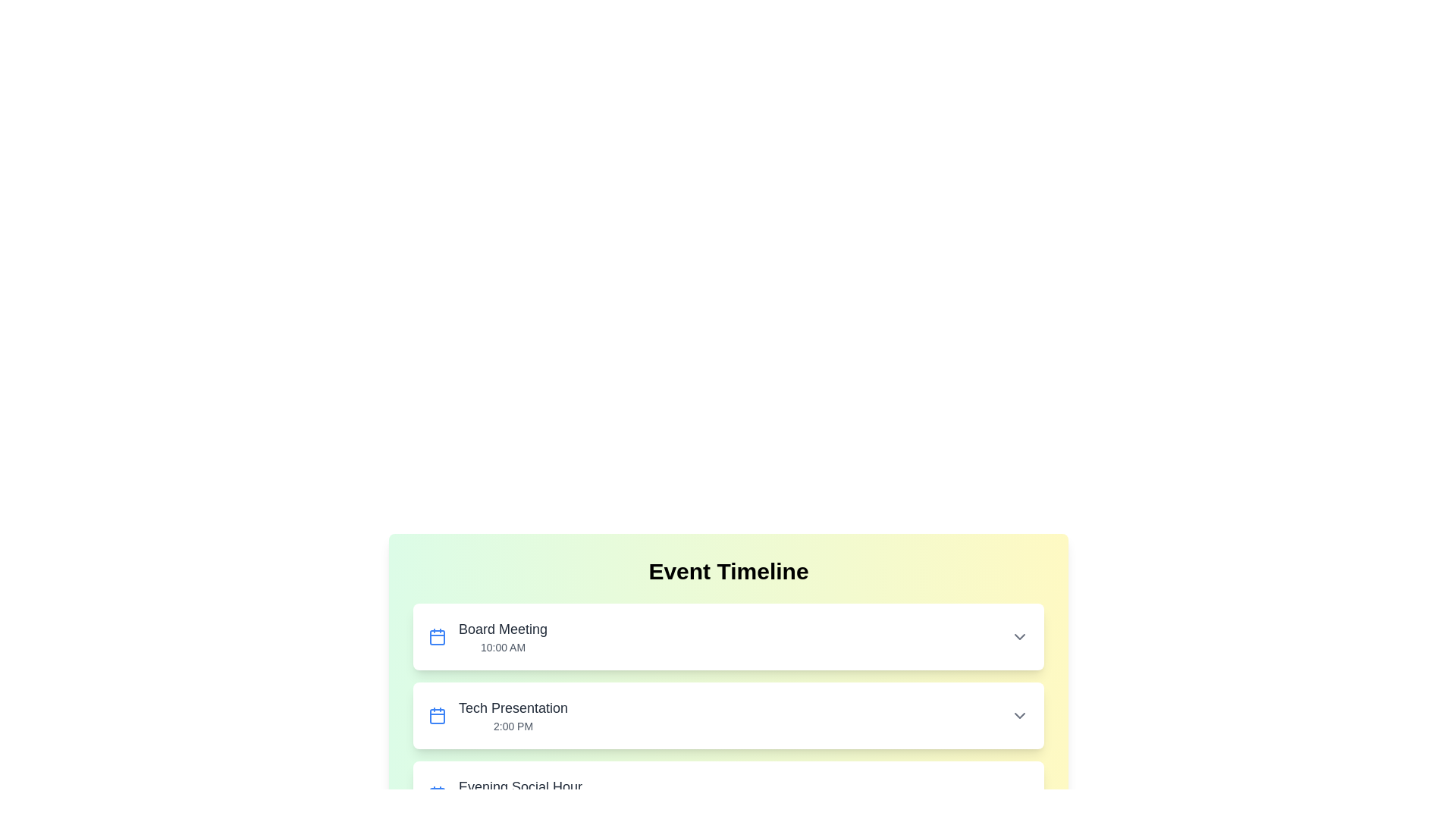 The height and width of the screenshot is (819, 1456). Describe the element at coordinates (1019, 716) in the screenshot. I see `the chevron icon button located on the right side of the 'Tech Presentation 2:00 PM' panel` at that location.